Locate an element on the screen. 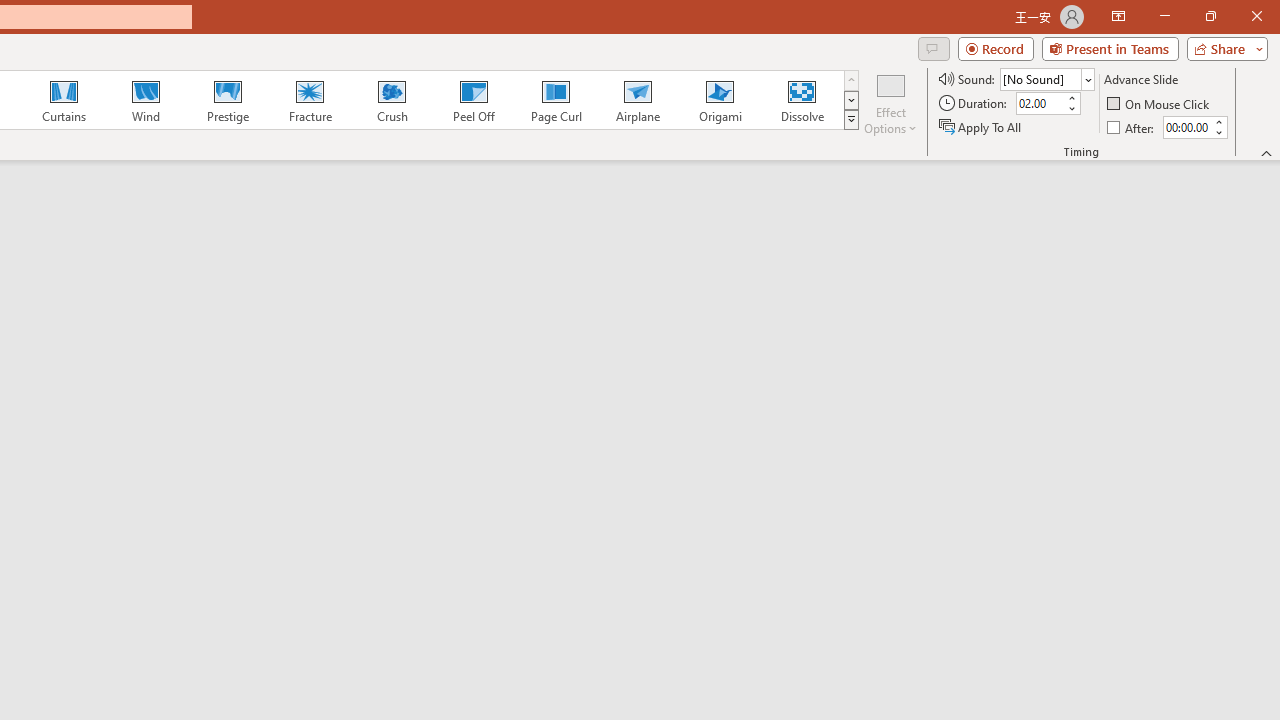 The image size is (1280, 720). 'Sound' is located at coordinates (1046, 78).